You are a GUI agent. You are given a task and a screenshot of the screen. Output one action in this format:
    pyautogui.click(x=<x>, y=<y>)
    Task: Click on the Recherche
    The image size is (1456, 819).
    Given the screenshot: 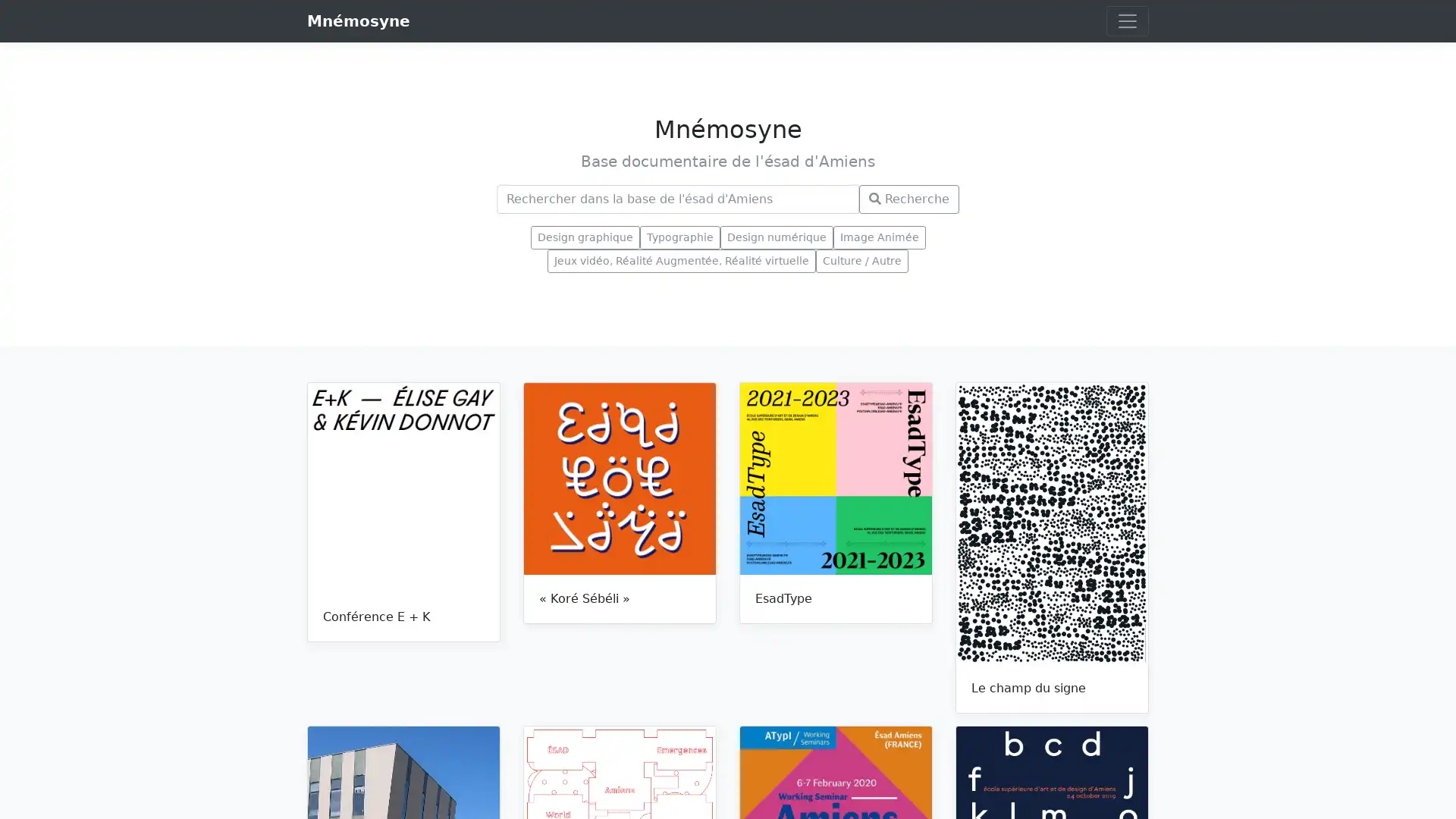 What is the action you would take?
    pyautogui.click(x=909, y=198)
    